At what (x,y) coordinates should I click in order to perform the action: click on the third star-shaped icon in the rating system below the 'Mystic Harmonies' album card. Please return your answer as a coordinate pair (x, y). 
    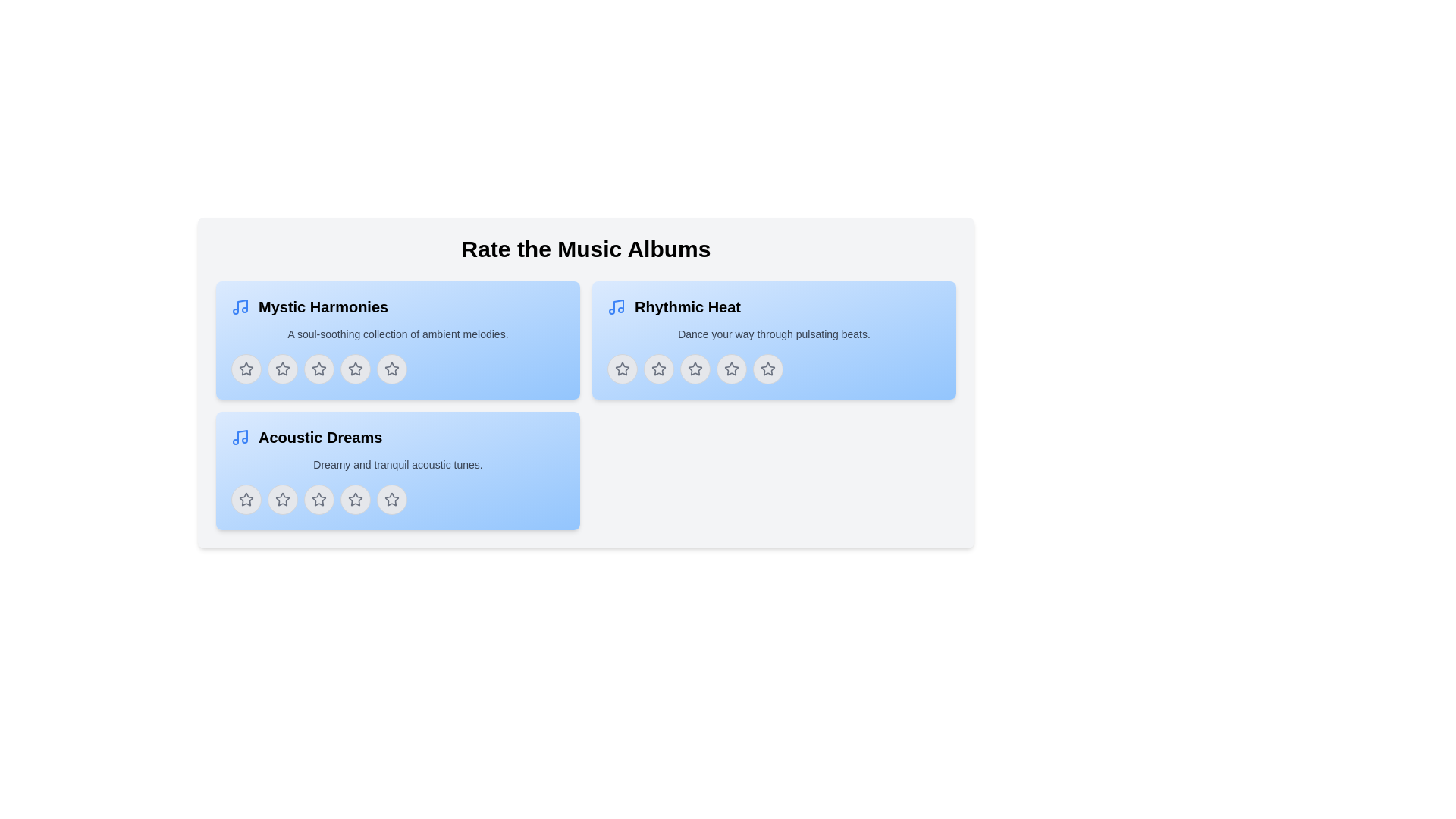
    Looking at the image, I should click on (318, 369).